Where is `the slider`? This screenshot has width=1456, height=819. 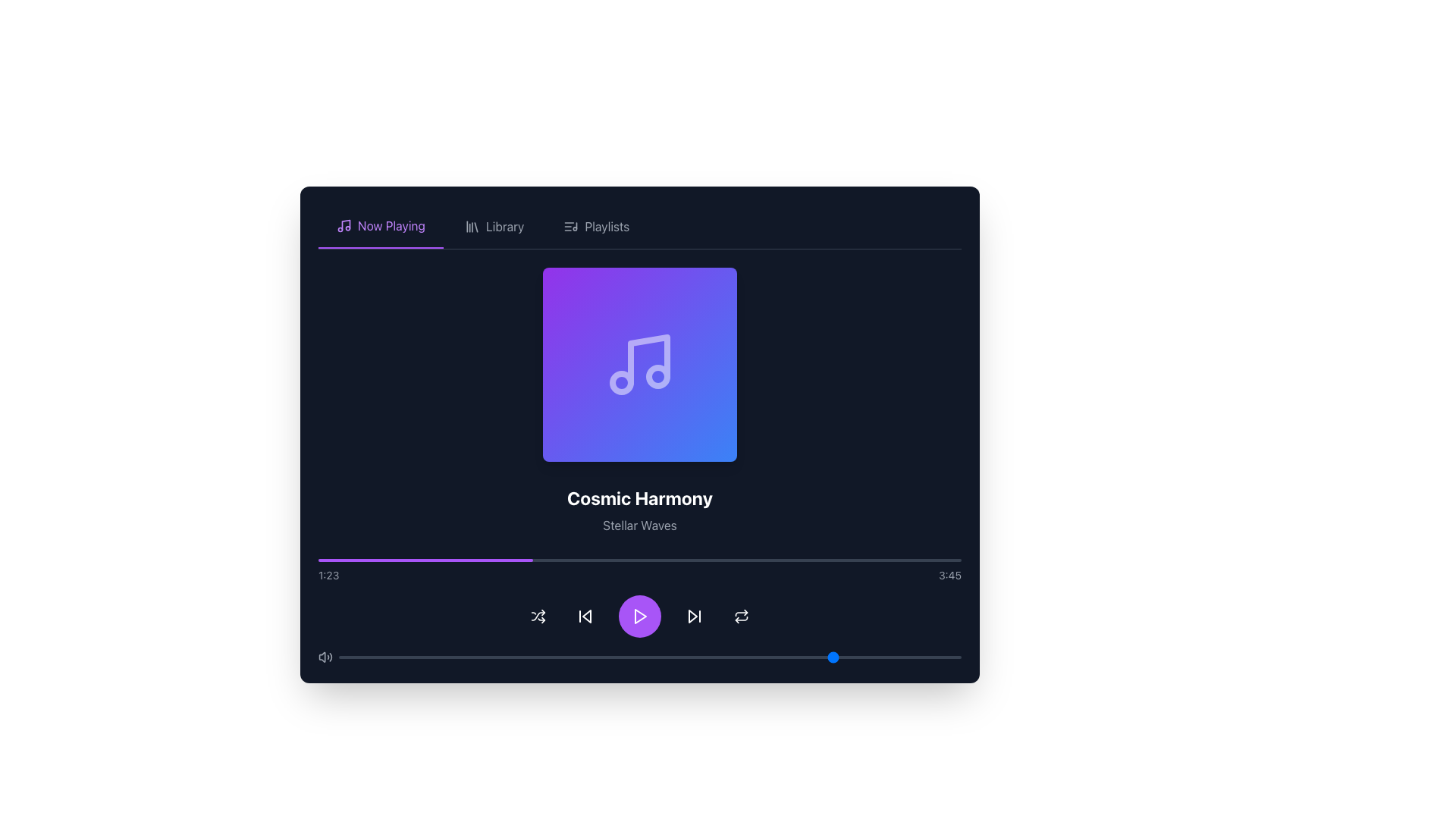
the slider is located at coordinates (929, 657).